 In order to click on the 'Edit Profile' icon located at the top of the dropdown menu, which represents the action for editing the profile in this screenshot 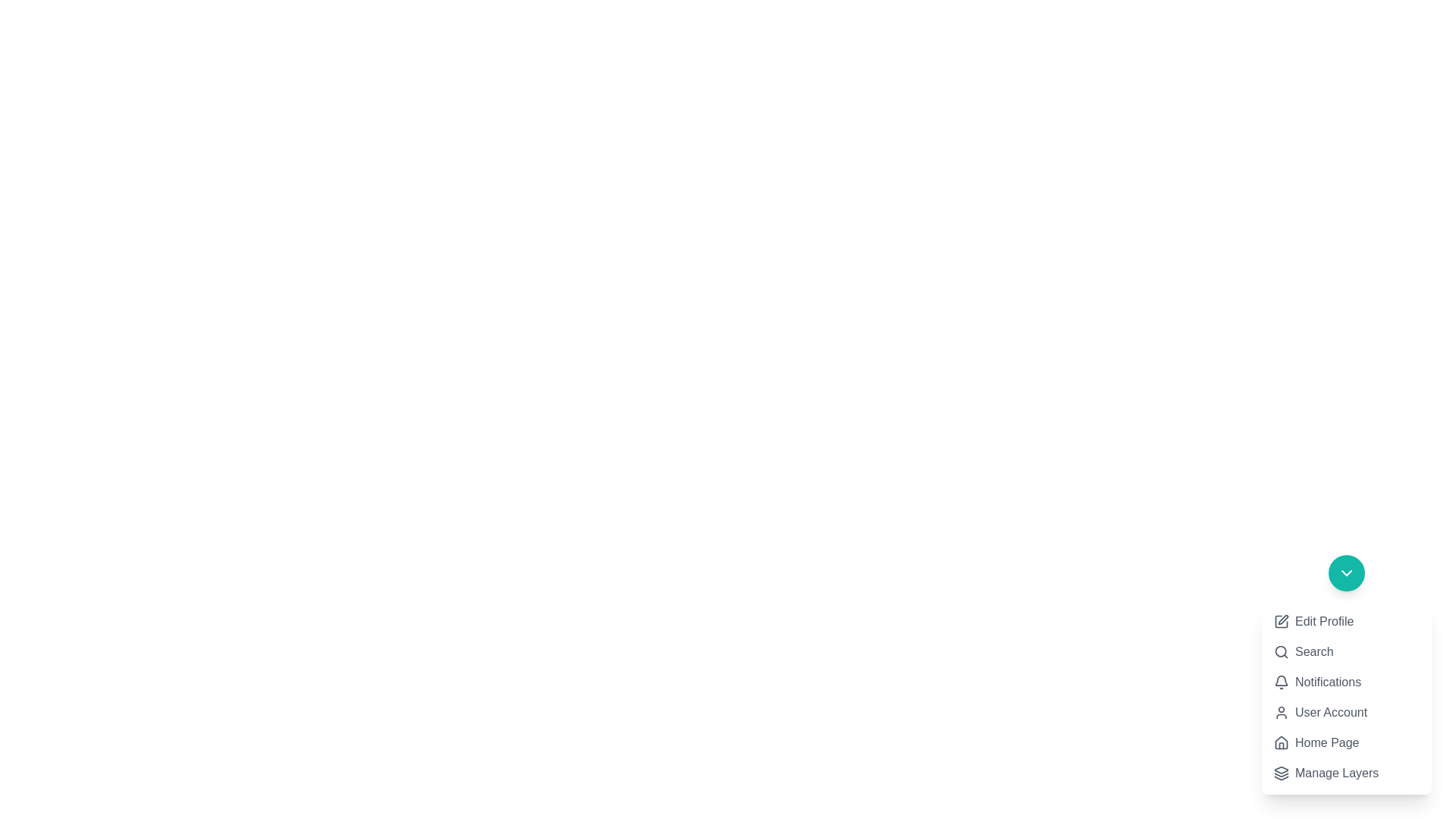, I will do `click(1280, 622)`.